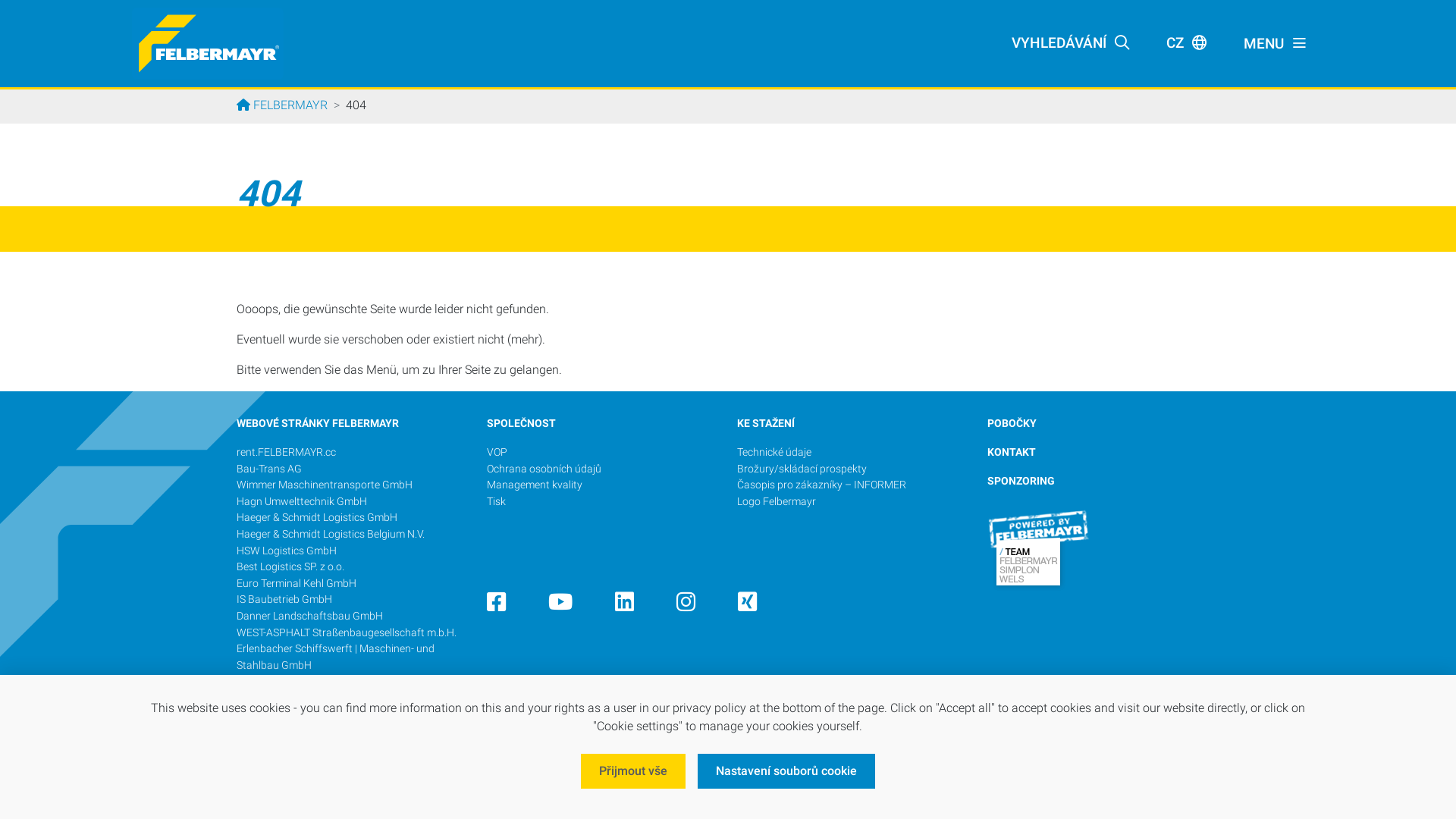  What do you see at coordinates (302, 501) in the screenshot?
I see `'Hagn Umwelttechnik GmbH'` at bounding box center [302, 501].